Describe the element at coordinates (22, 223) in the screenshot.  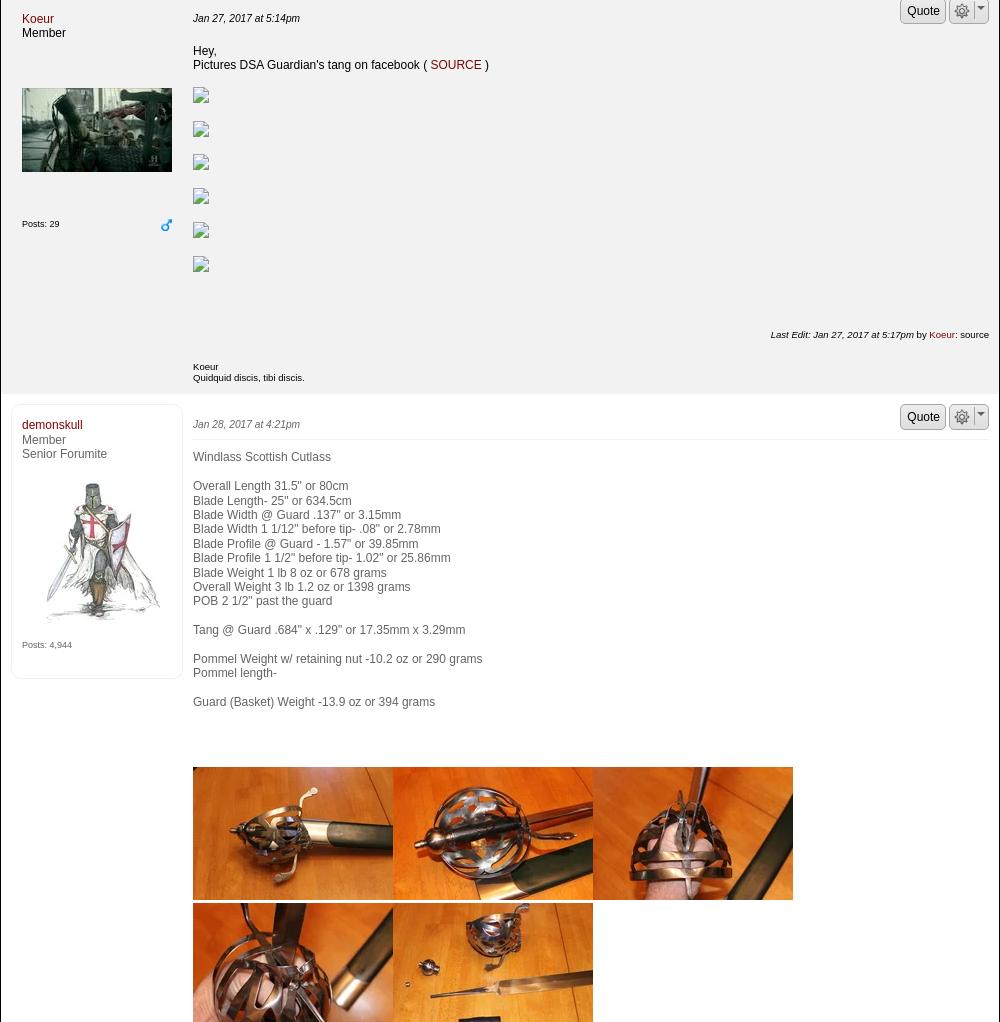
I see `'Posts: 29'` at that location.